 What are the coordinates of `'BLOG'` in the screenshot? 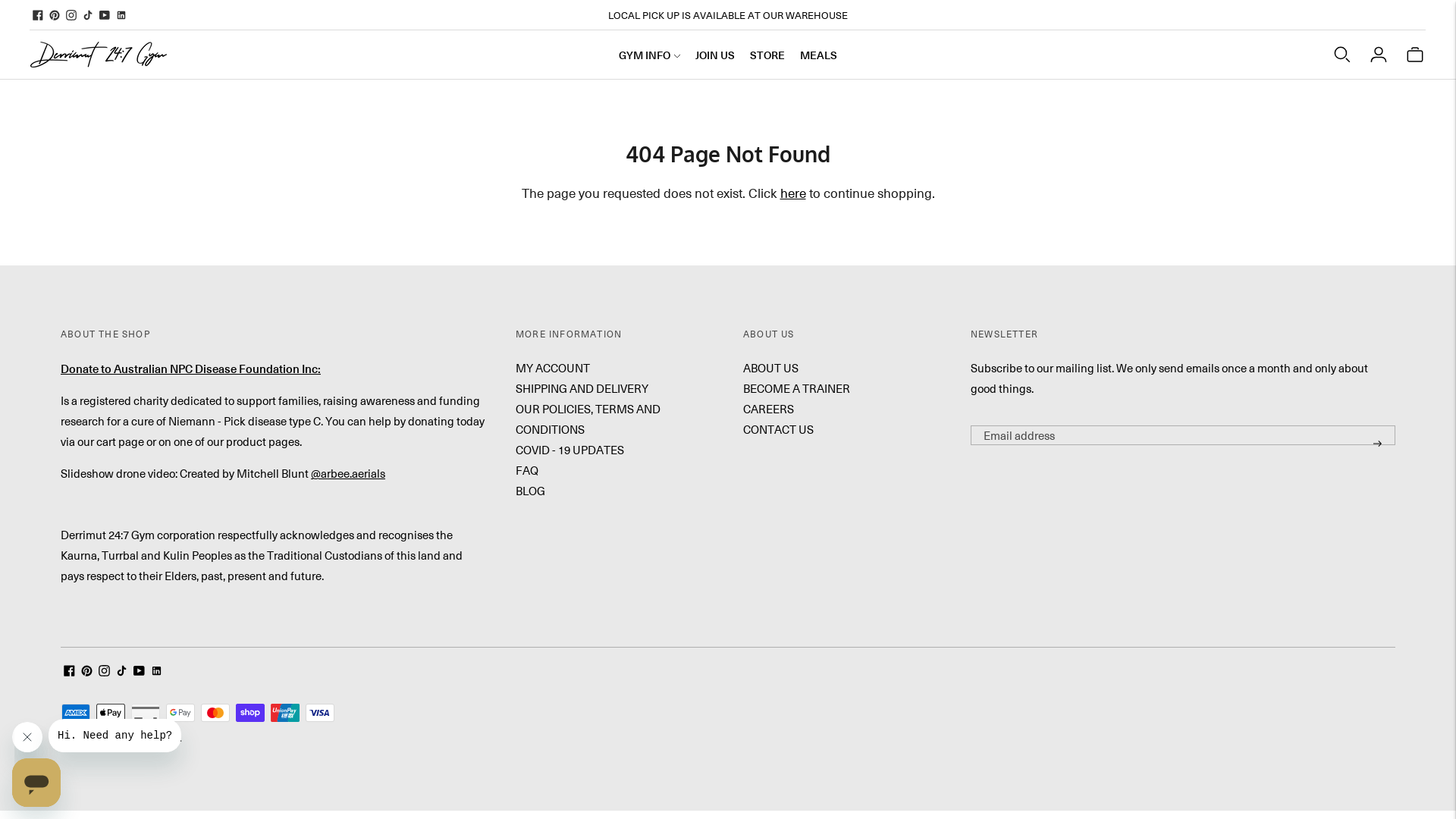 It's located at (530, 491).